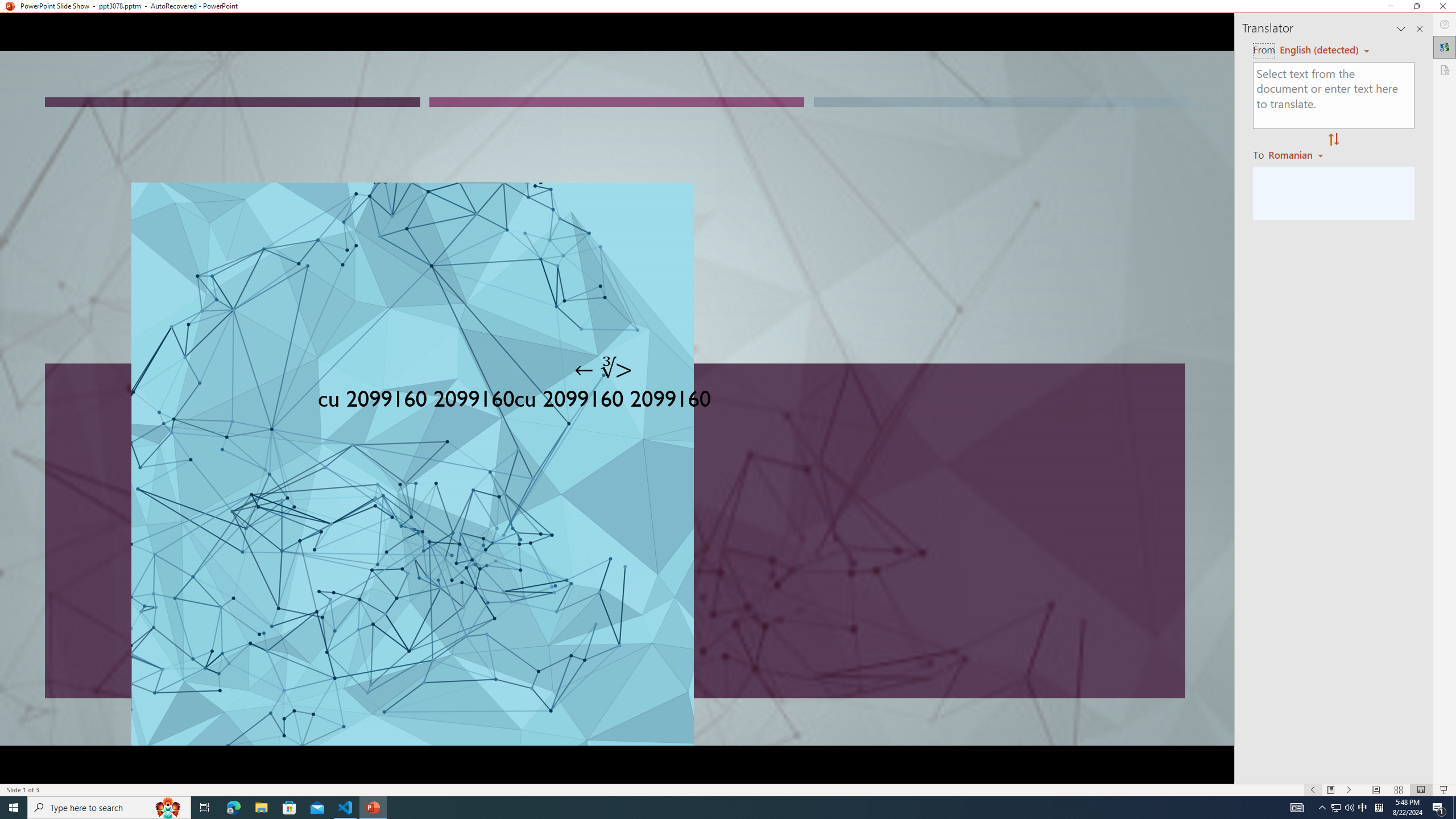  Describe the element at coordinates (1313, 790) in the screenshot. I see `'Slide Show Previous On'` at that location.